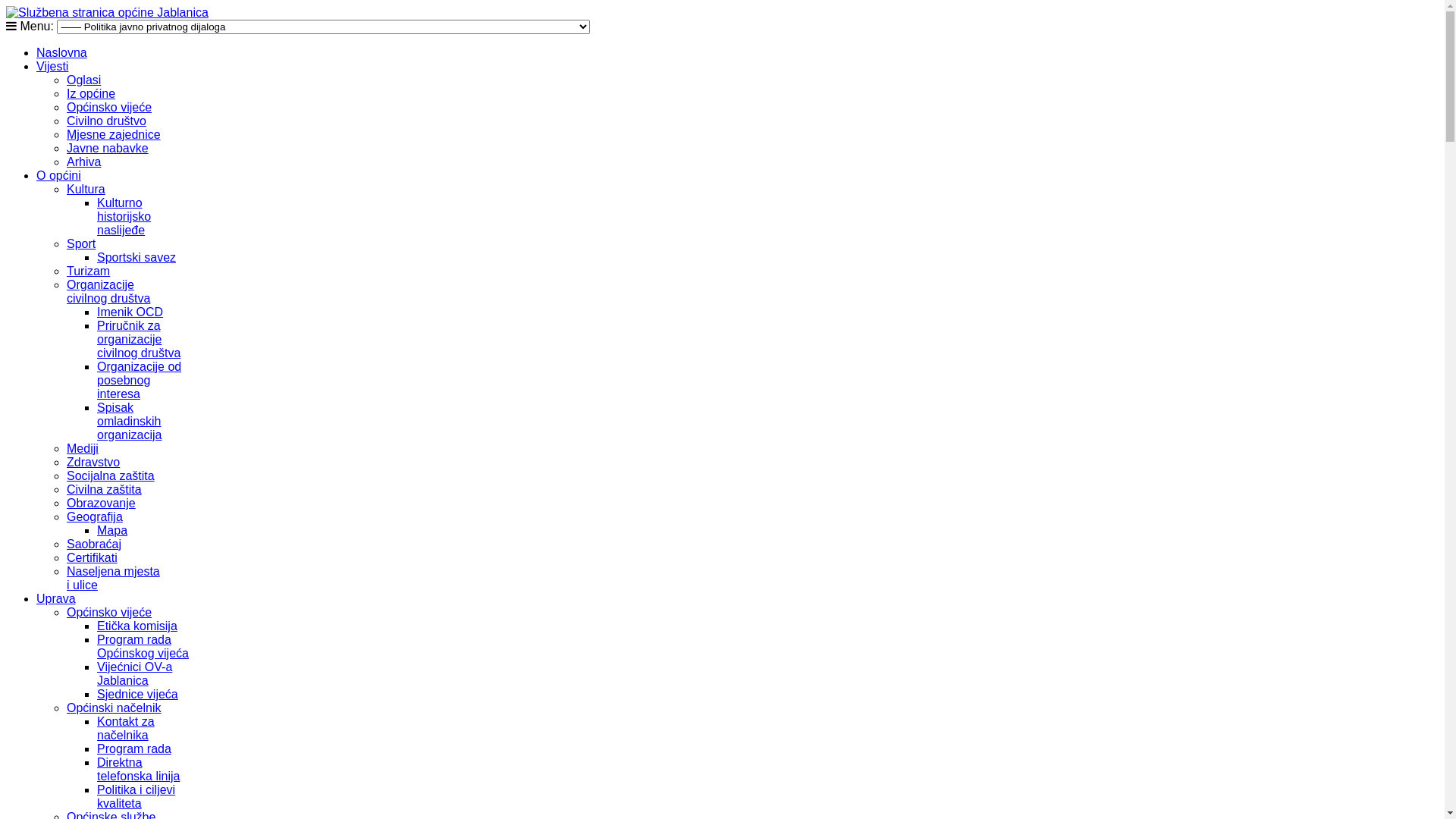 The width and height of the screenshot is (1456, 819). I want to click on 'Mapa', so click(96, 529).